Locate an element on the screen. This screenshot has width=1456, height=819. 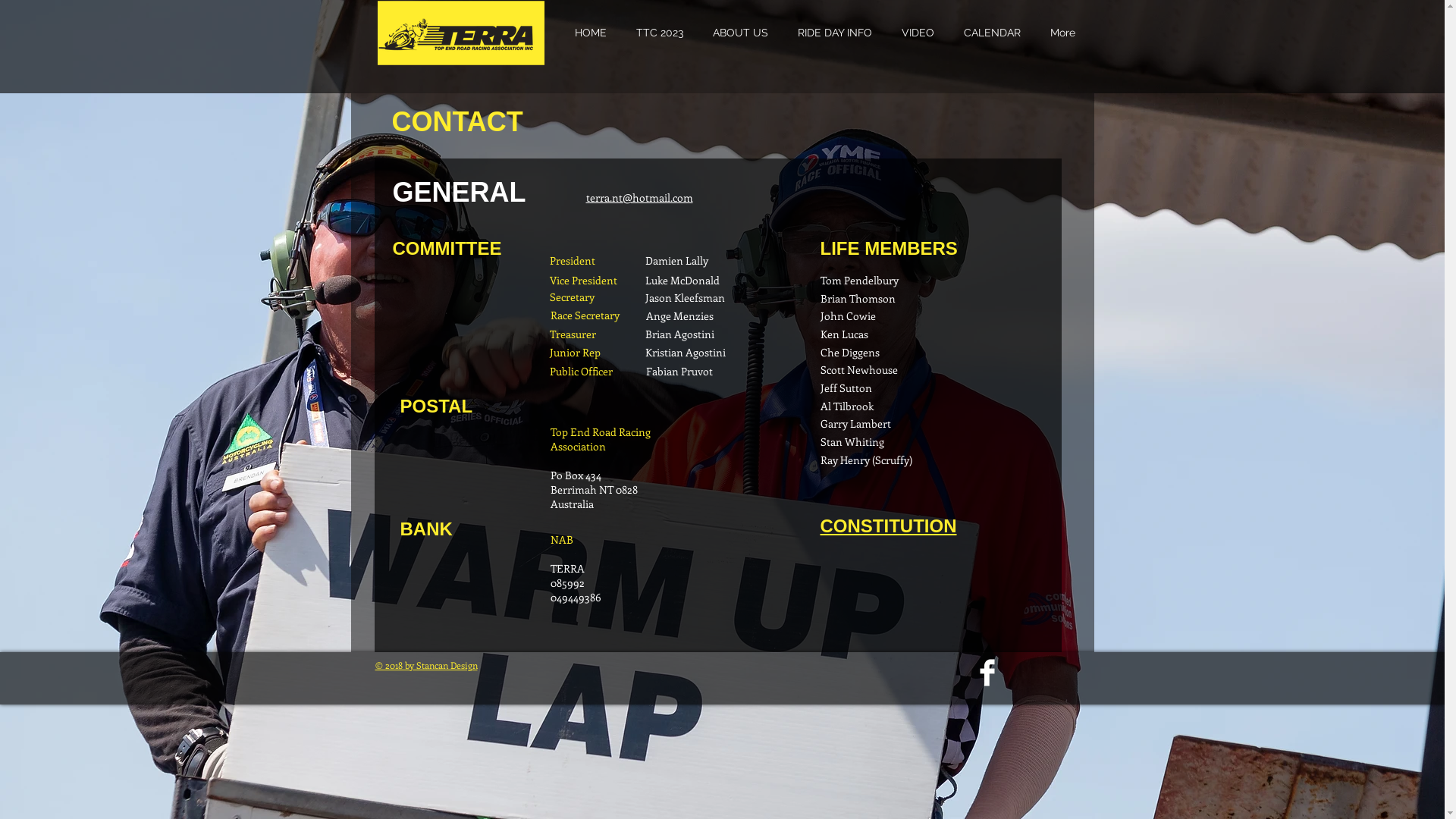
'CALENDAR' is located at coordinates (993, 33).